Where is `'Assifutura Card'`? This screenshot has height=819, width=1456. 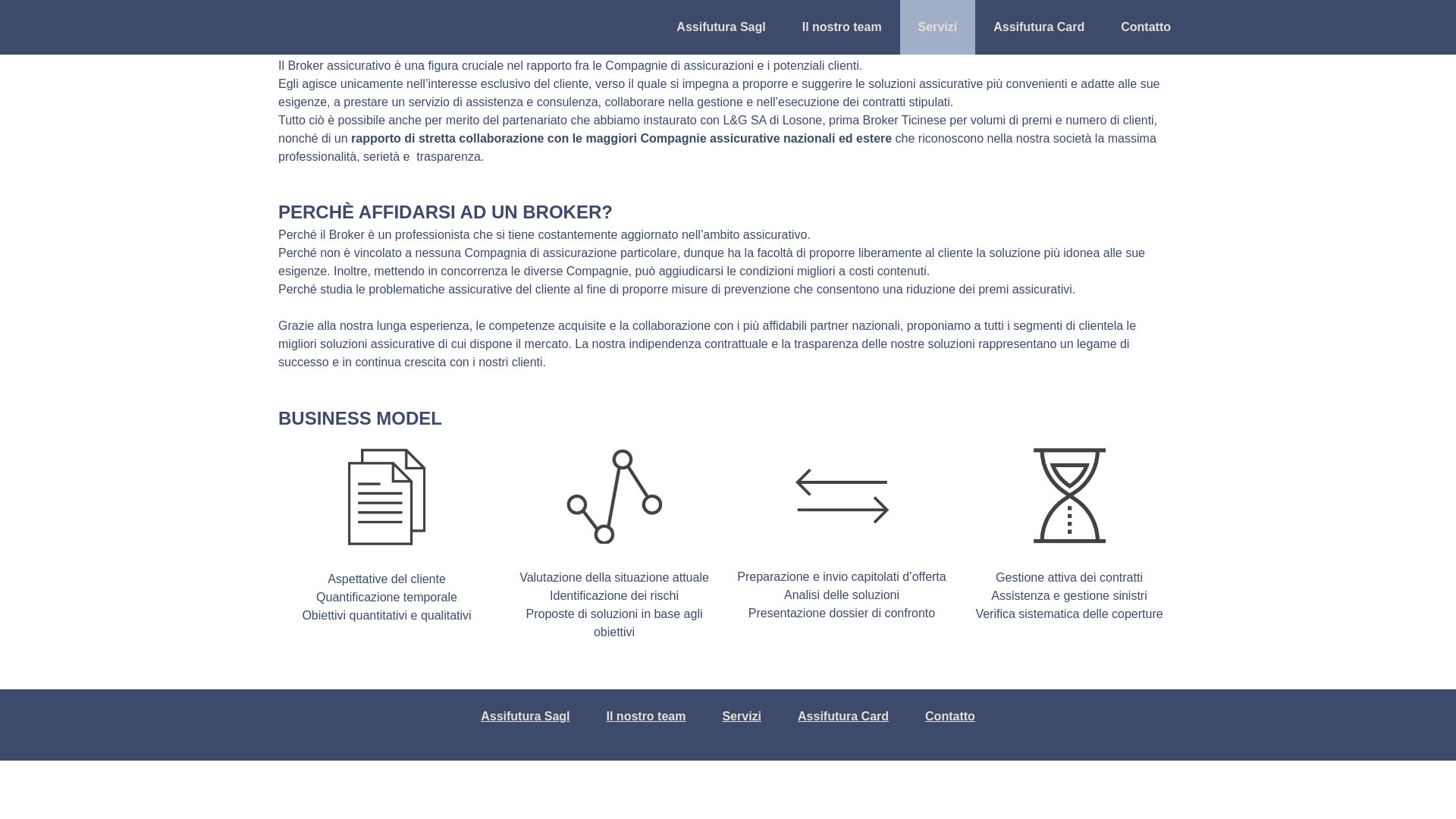 'Assifutura Card' is located at coordinates (786, 717).